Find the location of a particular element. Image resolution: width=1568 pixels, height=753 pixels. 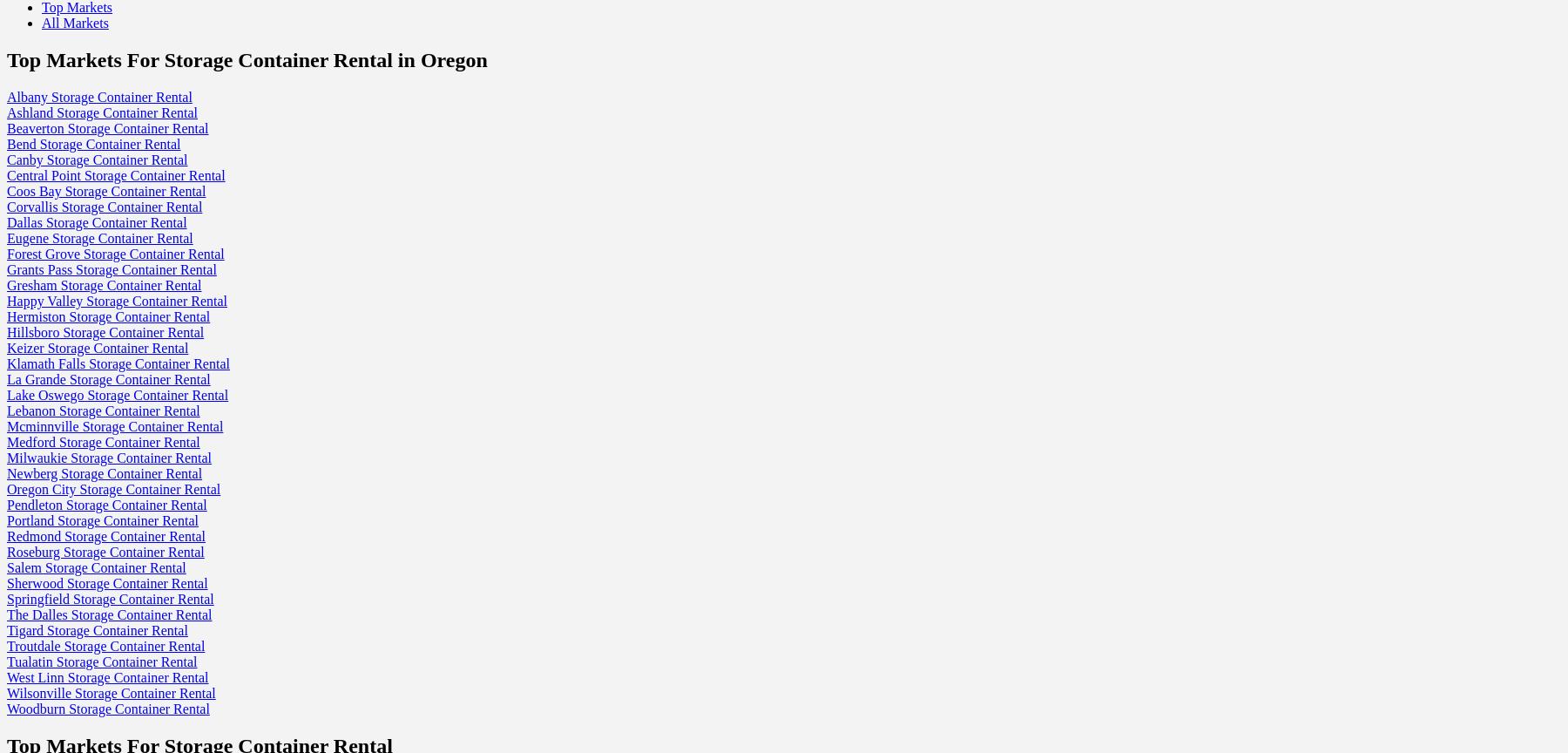

'Corvallis Storage Container Rental' is located at coordinates (105, 206).